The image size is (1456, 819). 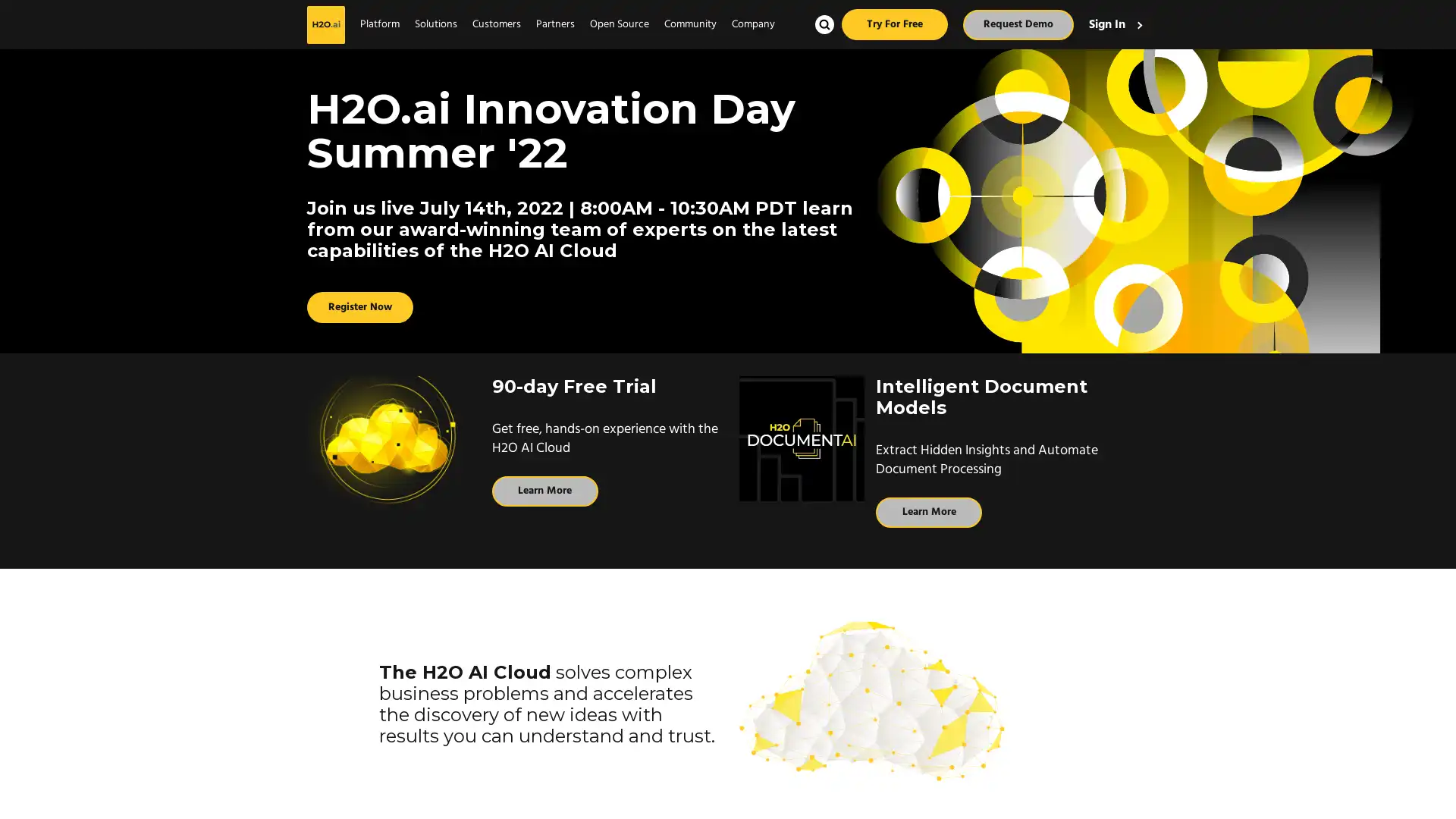 I want to click on search icon, so click(x=824, y=24).